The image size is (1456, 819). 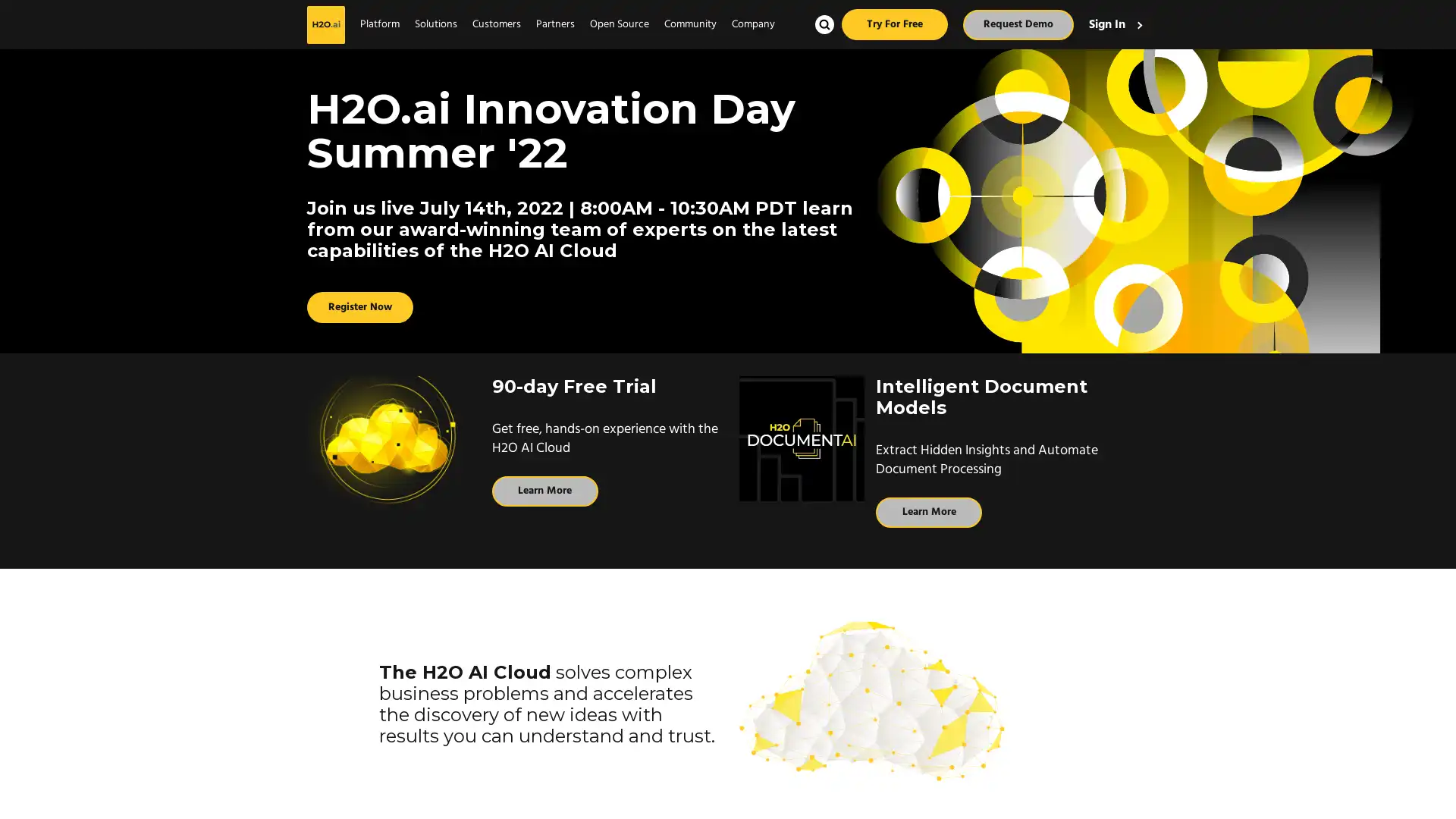 I want to click on search icon, so click(x=824, y=24).